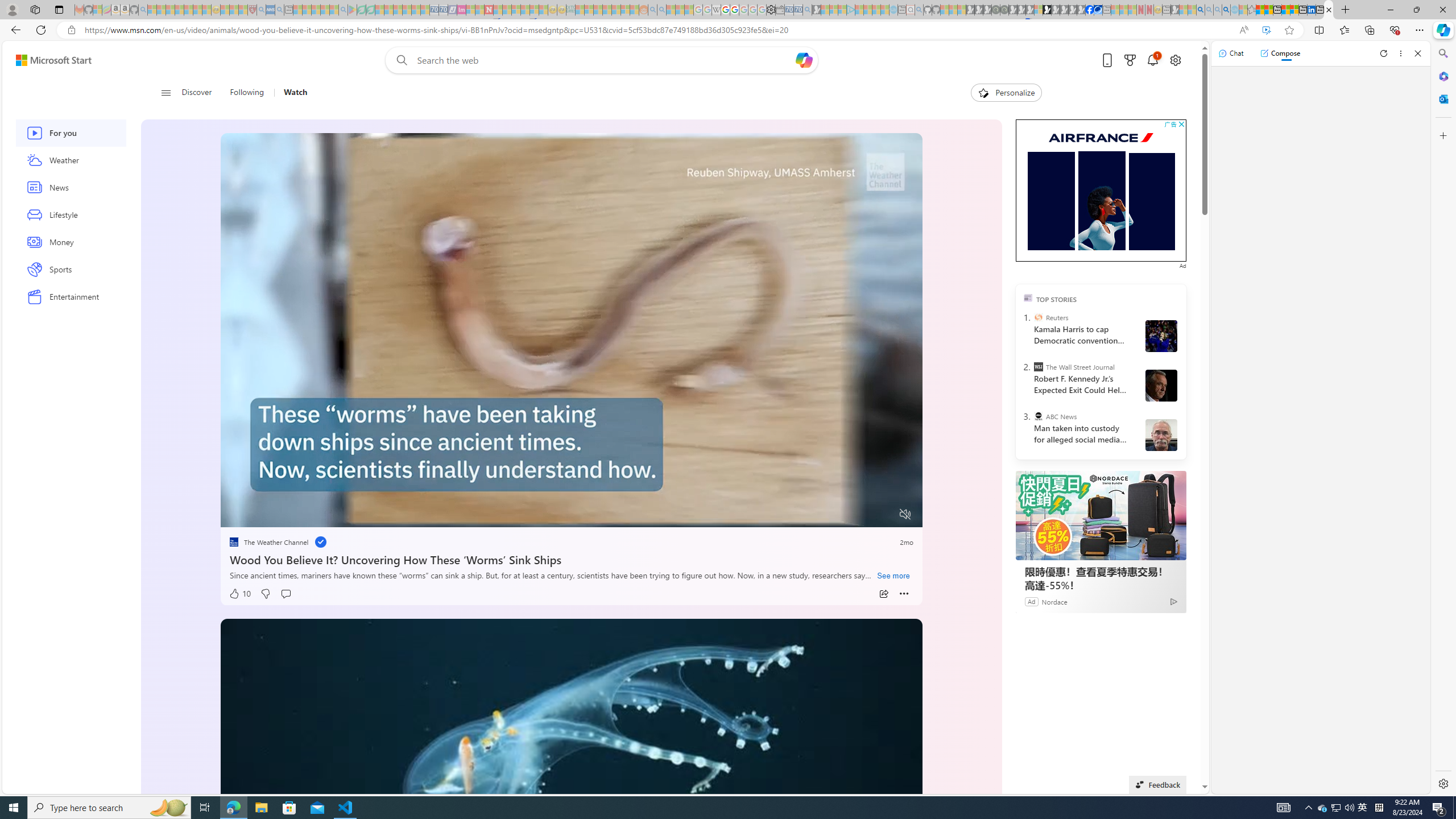 The image size is (1456, 819). Describe the element at coordinates (399, 60) in the screenshot. I see `'Web search'` at that location.